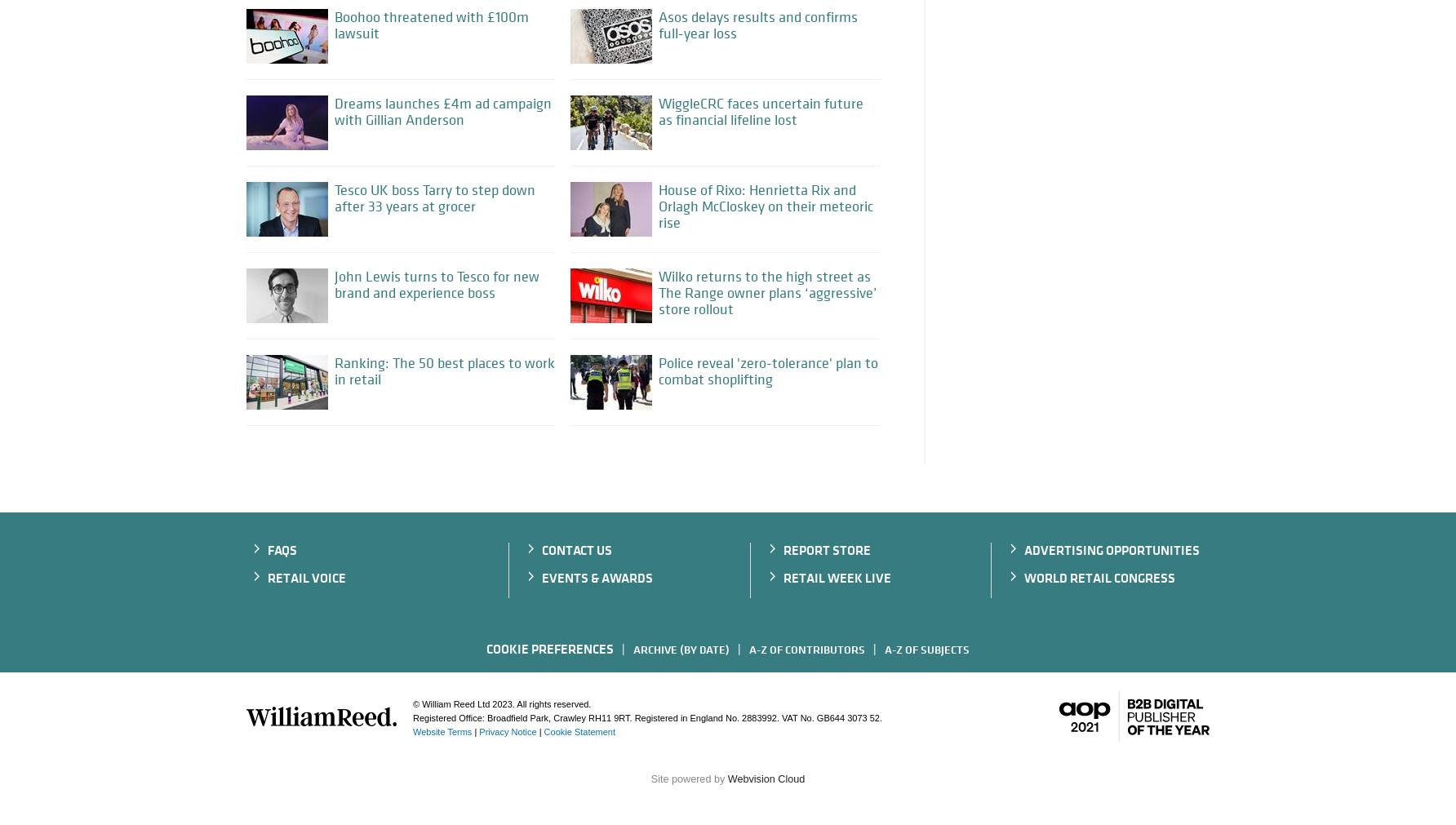  What do you see at coordinates (507, 731) in the screenshot?
I see `'Privacy Notice'` at bounding box center [507, 731].